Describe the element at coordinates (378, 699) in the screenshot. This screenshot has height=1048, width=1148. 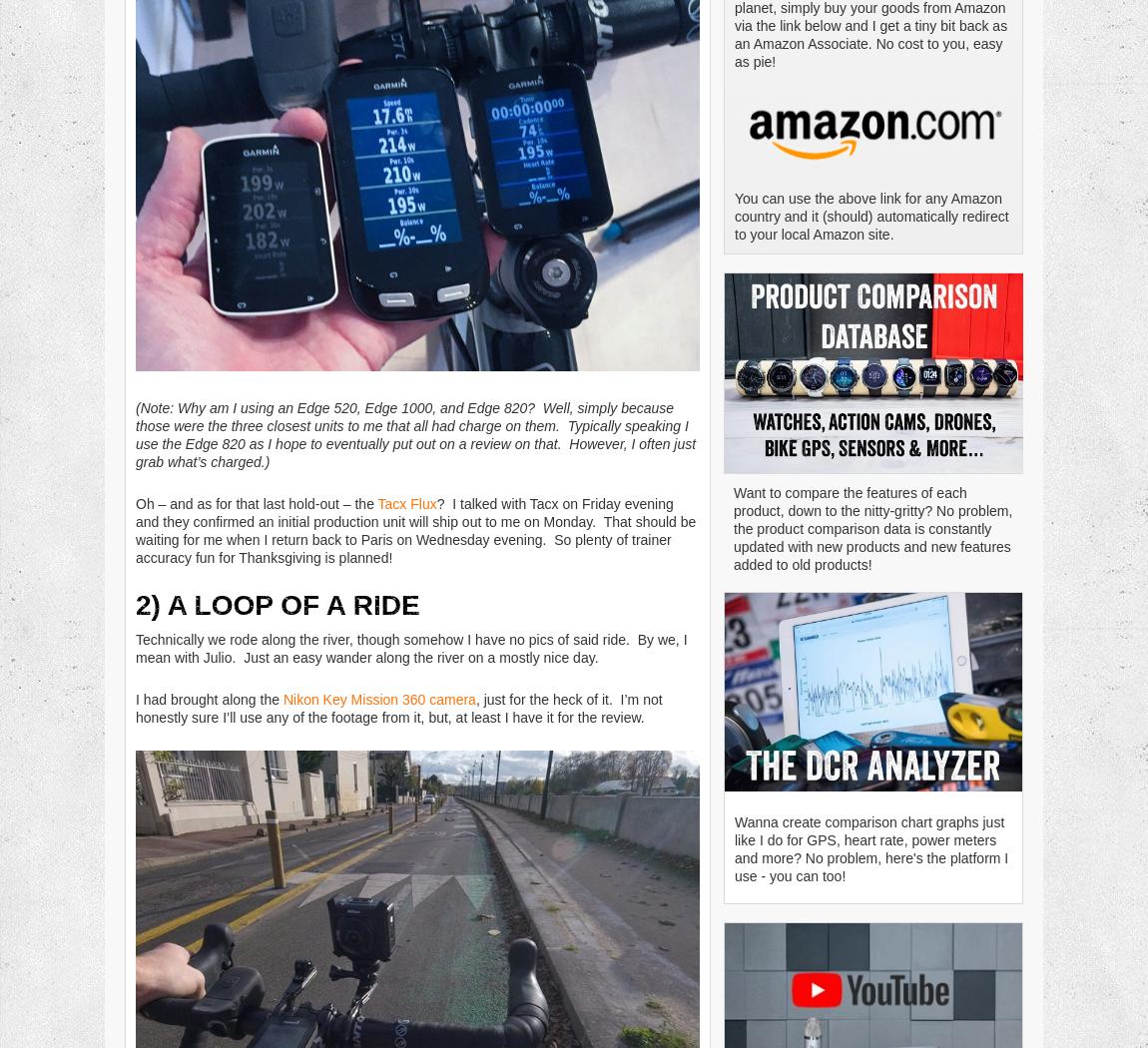
I see `'Nikon Key Mission 360 camera'` at that location.